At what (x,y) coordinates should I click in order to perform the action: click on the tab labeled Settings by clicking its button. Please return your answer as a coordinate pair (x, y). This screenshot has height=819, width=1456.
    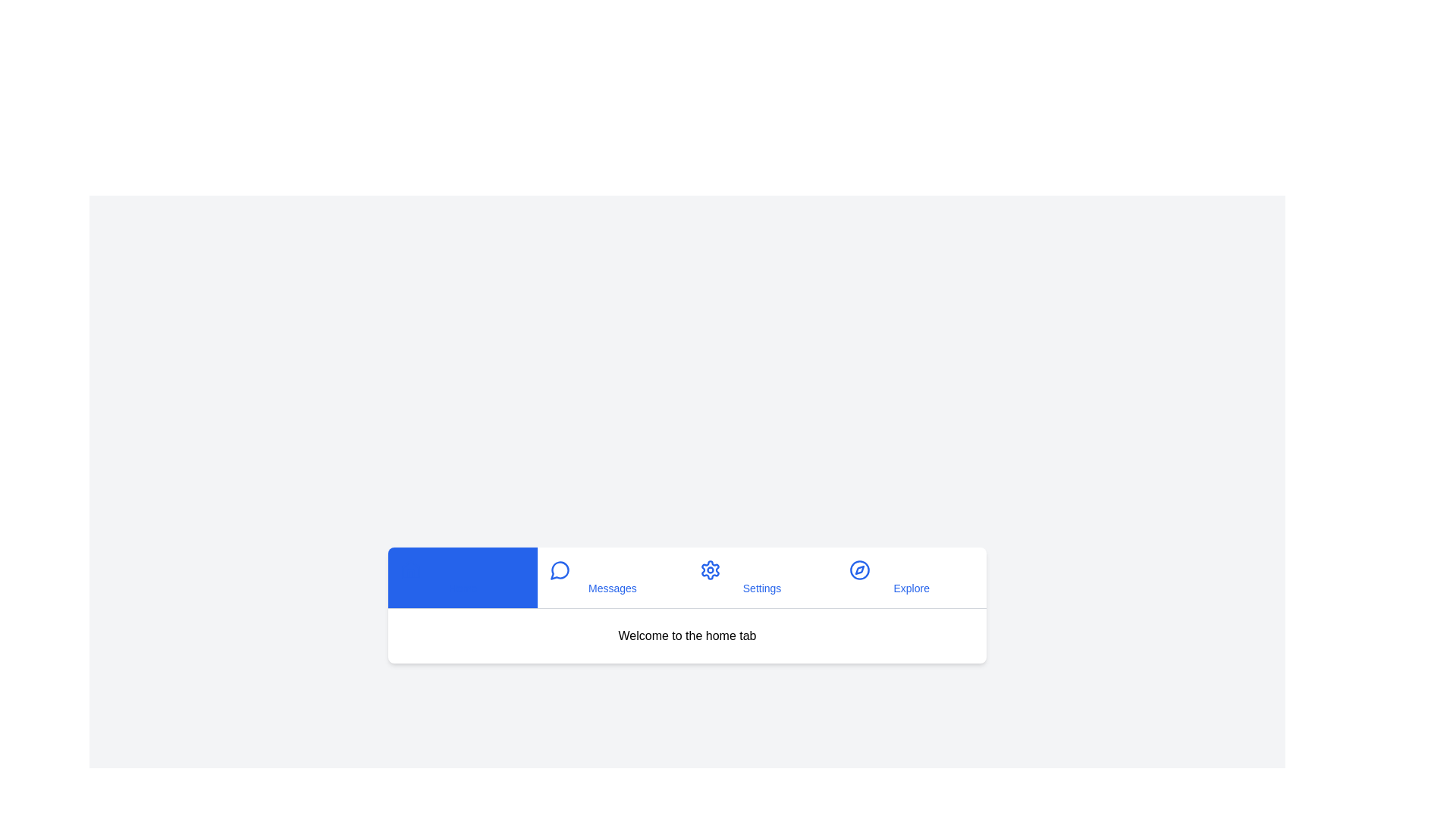
    Looking at the image, I should click on (762, 577).